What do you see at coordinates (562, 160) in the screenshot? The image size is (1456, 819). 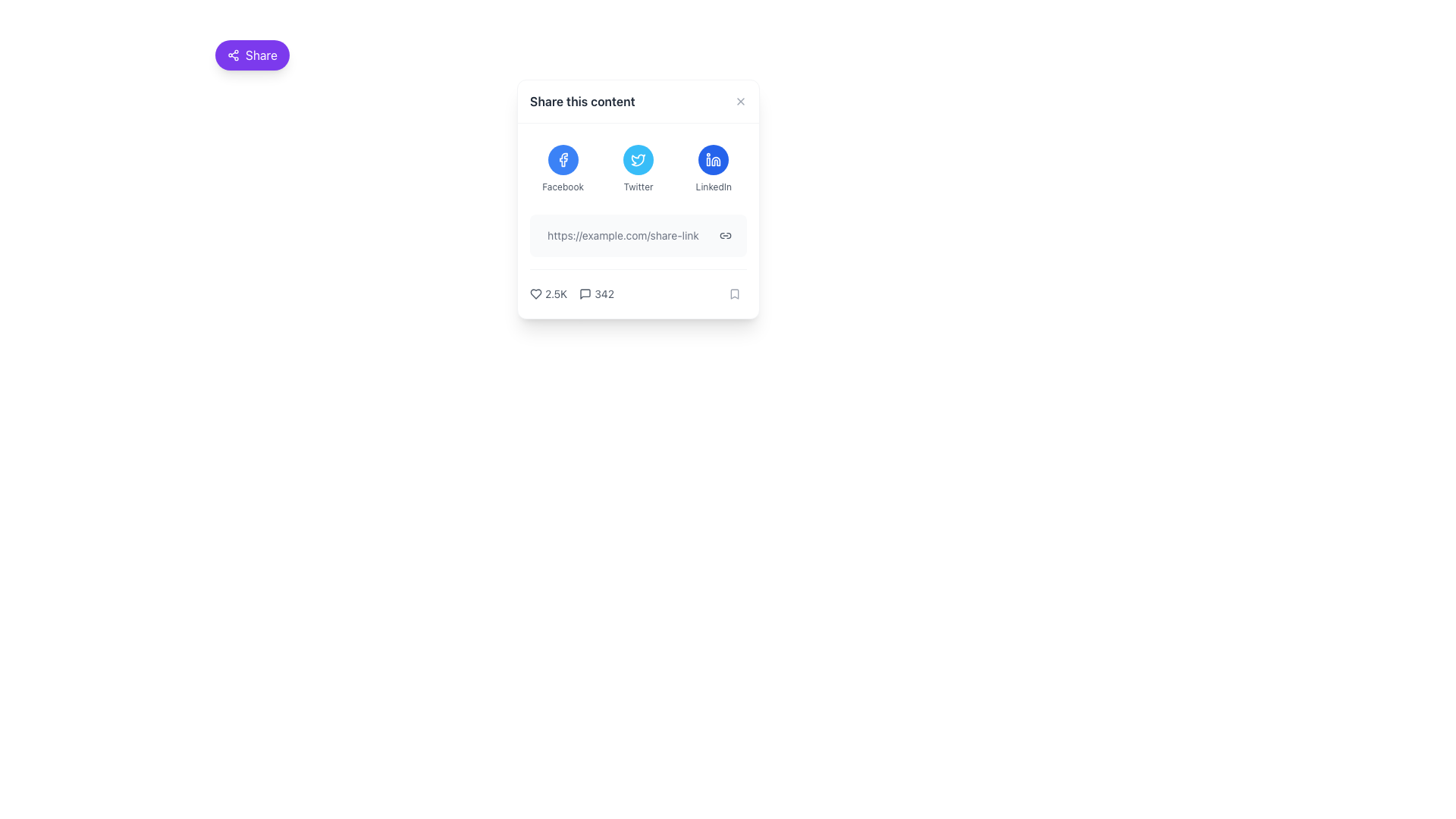 I see `the Facebook logo icon located at the top-left of the sharing options section` at bounding box center [562, 160].